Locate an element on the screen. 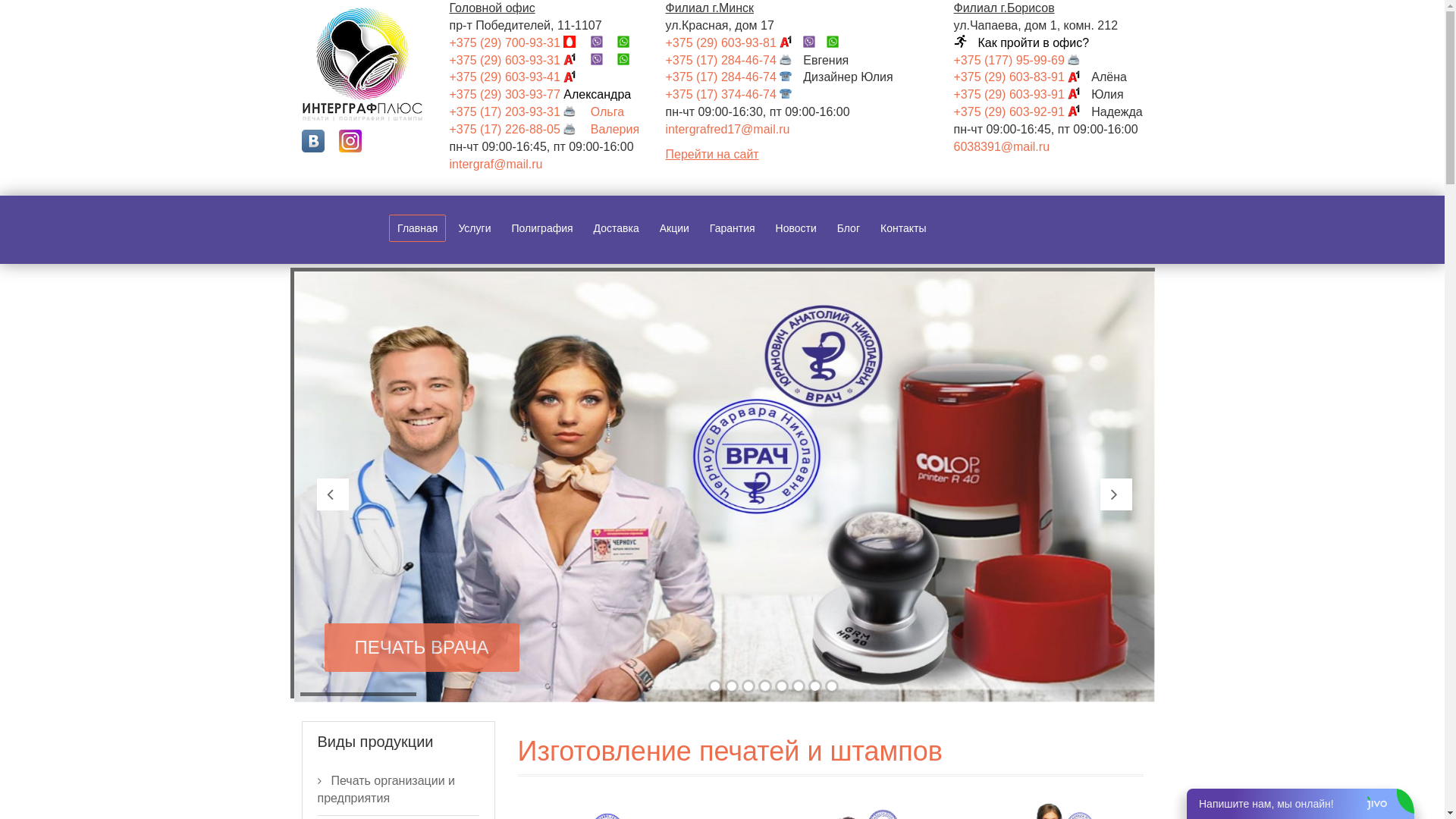 This screenshot has height=819, width=1456. 'WhatsApp' is located at coordinates (837, 42).